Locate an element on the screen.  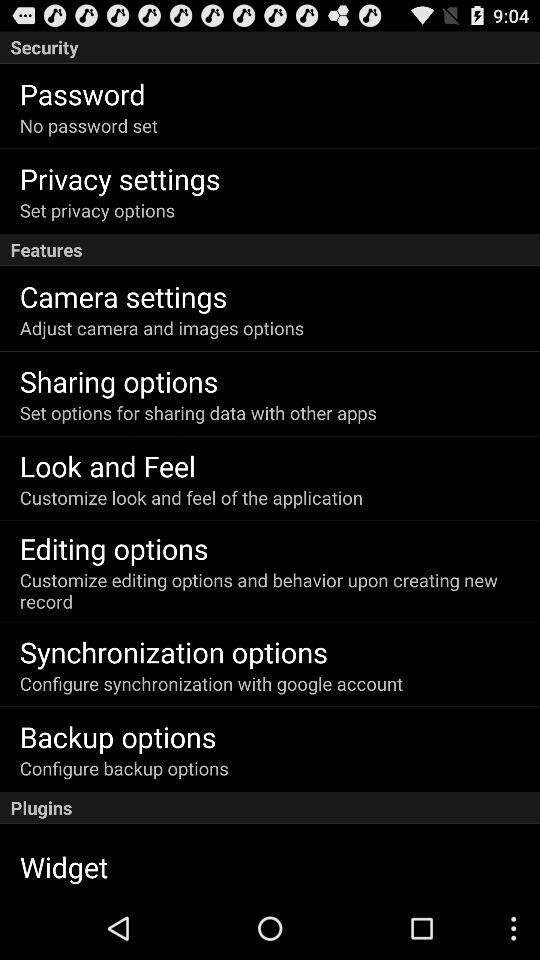
the icon above camera settings is located at coordinates (270, 249).